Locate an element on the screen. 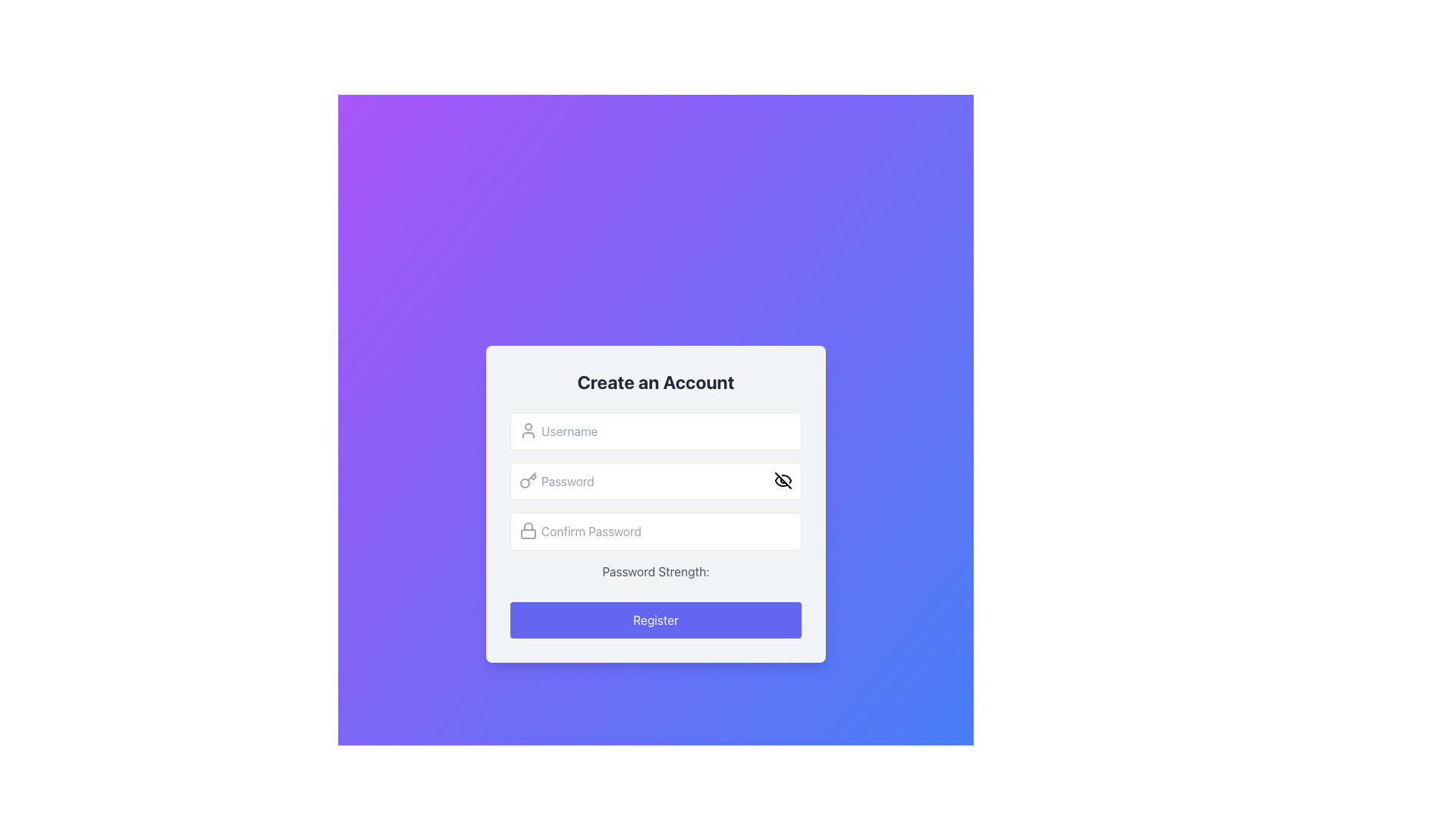 The width and height of the screenshot is (1456, 819). the combined textual label and progress bar displaying 'Password Strength:' and its red progress bar, located in the middle of the form, below the password confirmation input field is located at coordinates (655, 576).